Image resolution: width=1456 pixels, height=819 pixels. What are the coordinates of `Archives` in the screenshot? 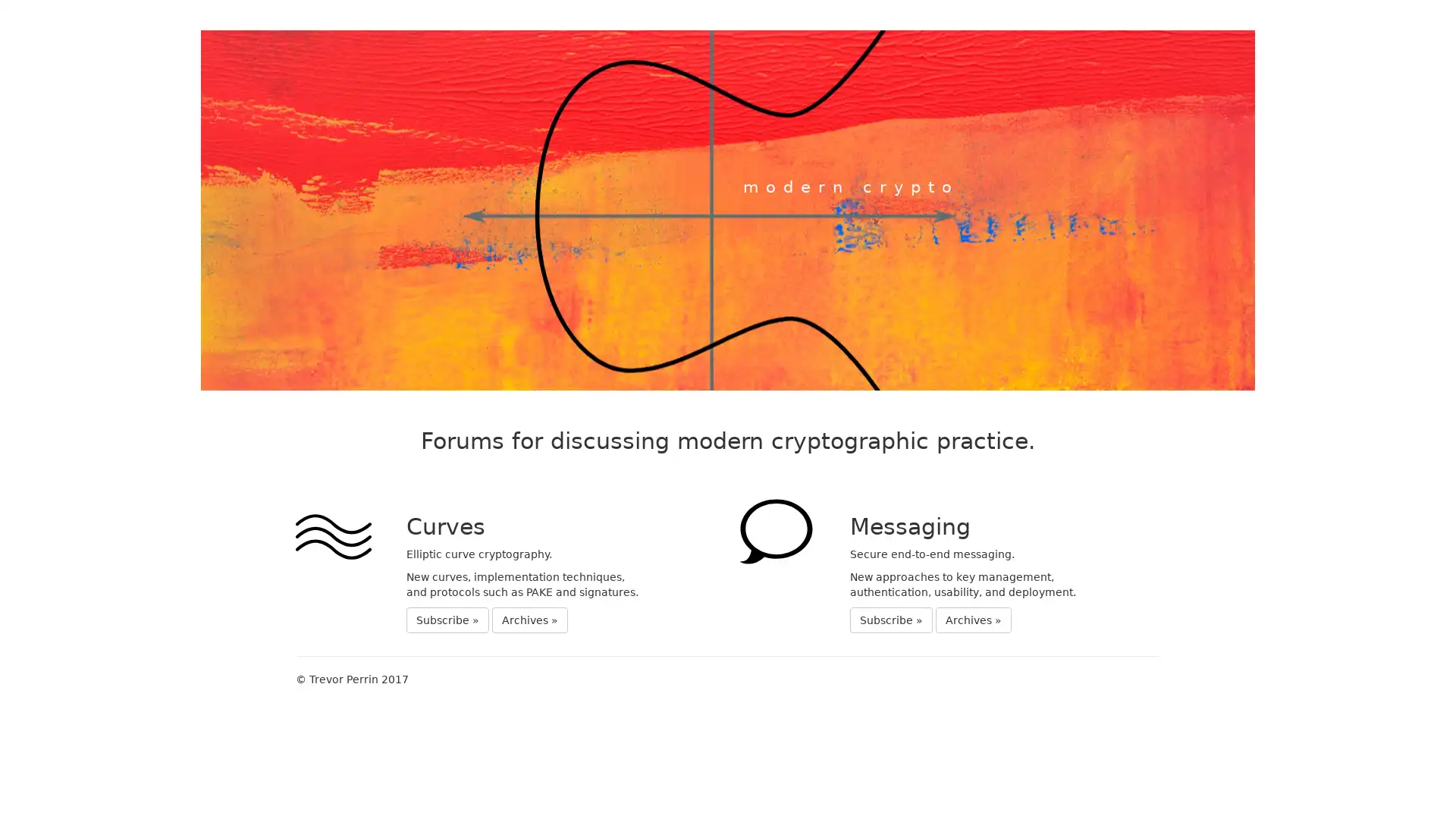 It's located at (973, 620).